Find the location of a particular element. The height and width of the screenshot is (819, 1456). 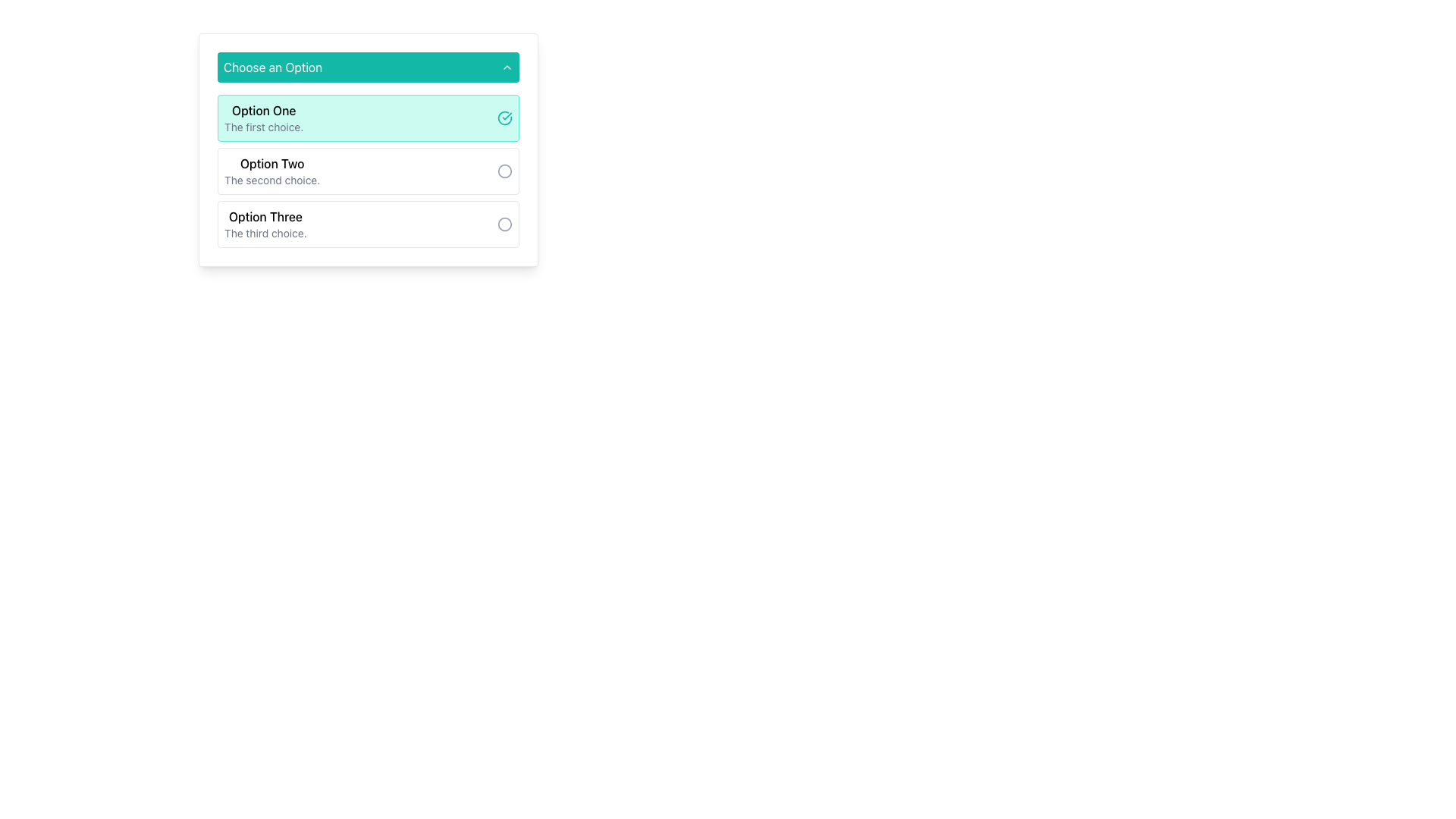

the text element that displays 'The third choice.' which is located beneath 'Option Three' in a dropdown option is located at coordinates (265, 234).